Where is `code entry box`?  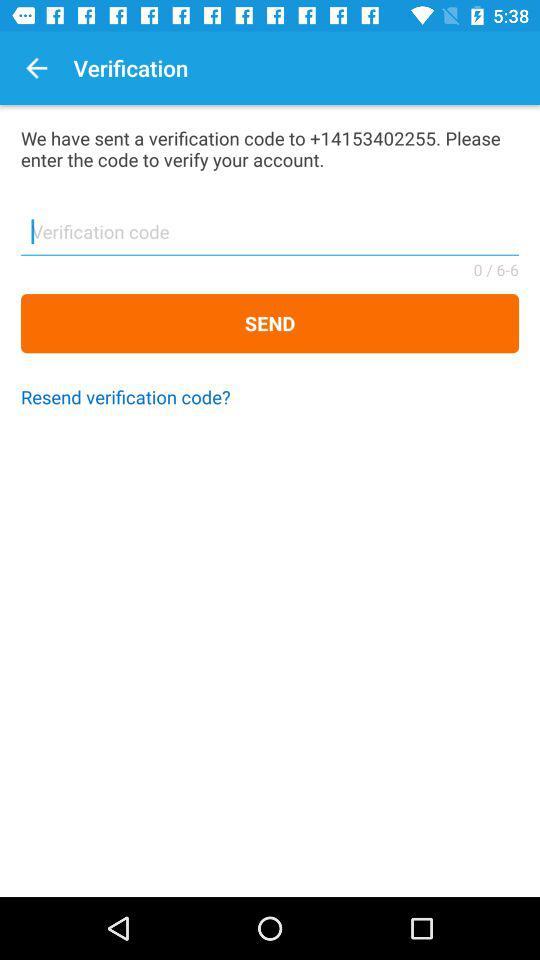
code entry box is located at coordinates (270, 238).